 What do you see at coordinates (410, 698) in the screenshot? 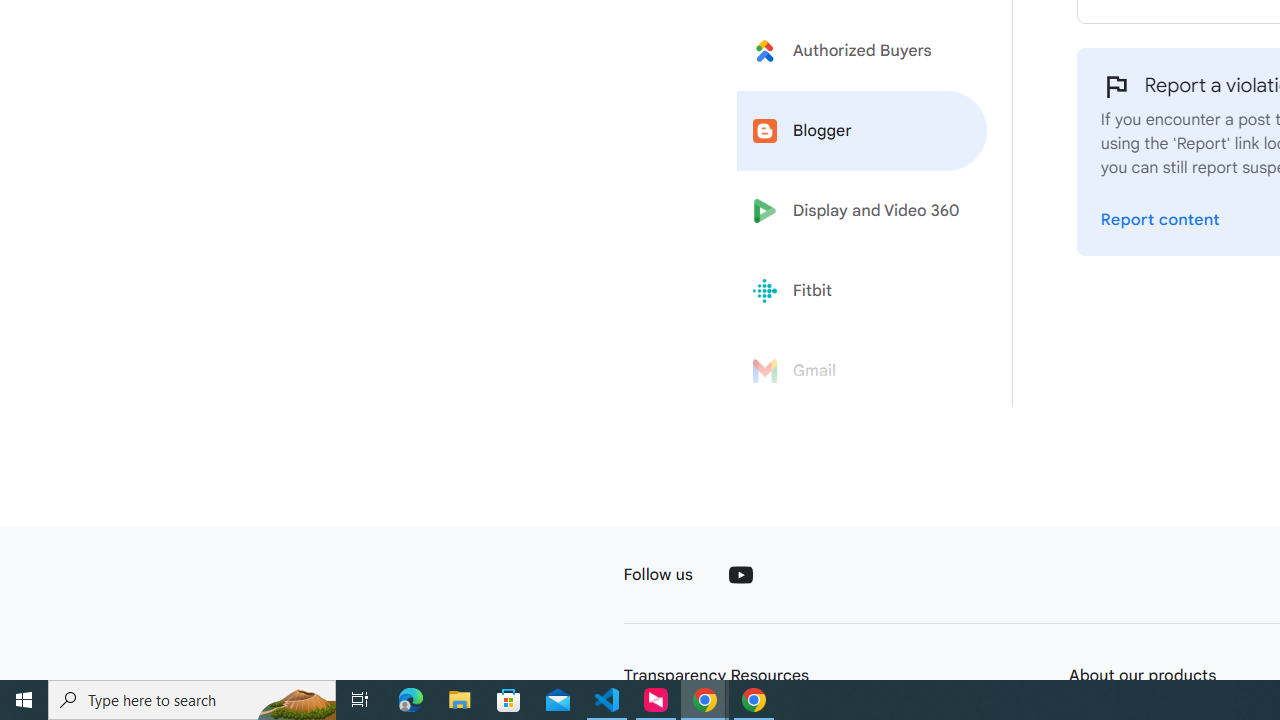
I see `'Microsoft Edge'` at bounding box center [410, 698].